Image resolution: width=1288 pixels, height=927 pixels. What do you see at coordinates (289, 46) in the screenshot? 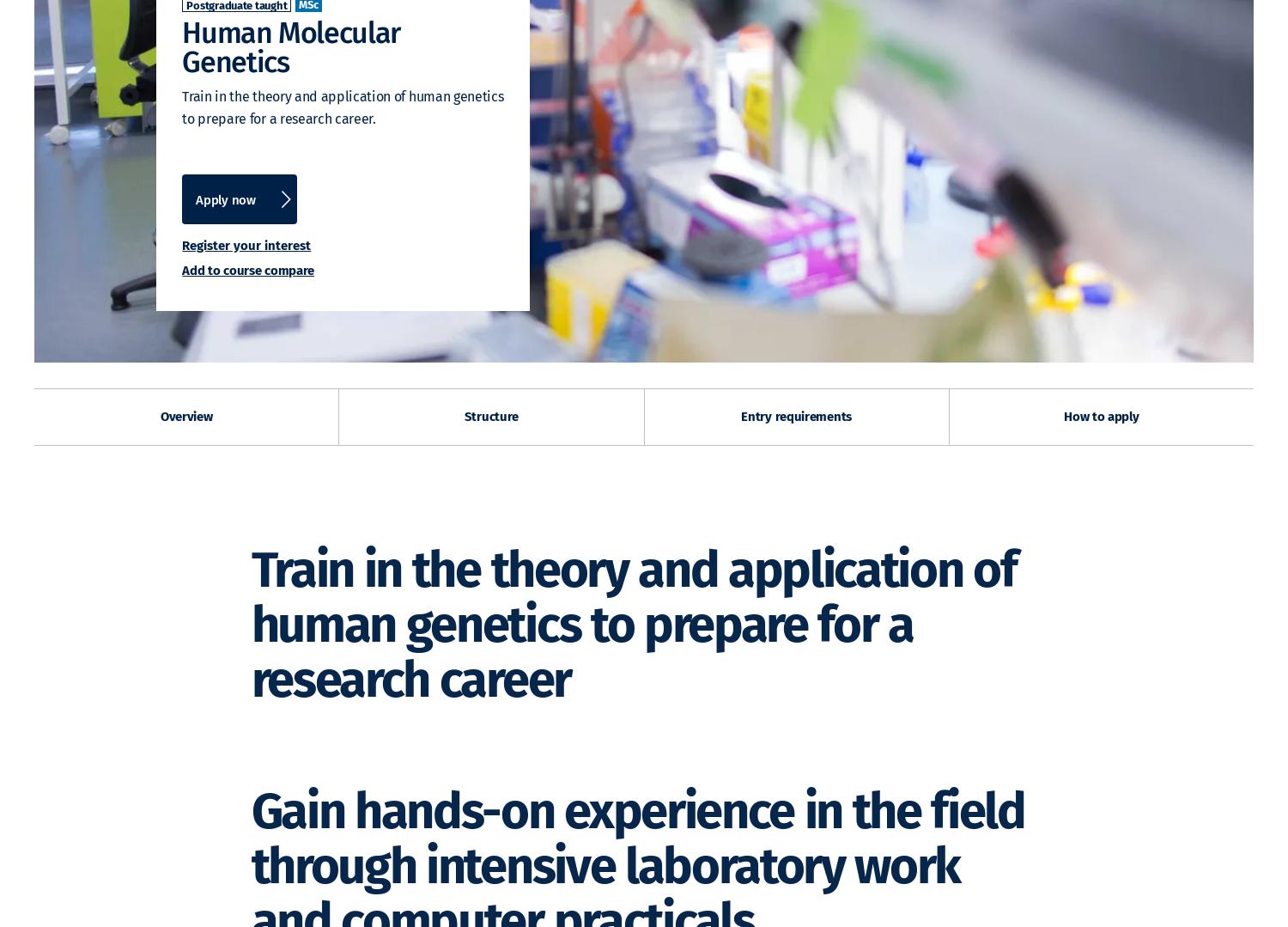
I see `'Human Molecular Genetics'` at bounding box center [289, 46].